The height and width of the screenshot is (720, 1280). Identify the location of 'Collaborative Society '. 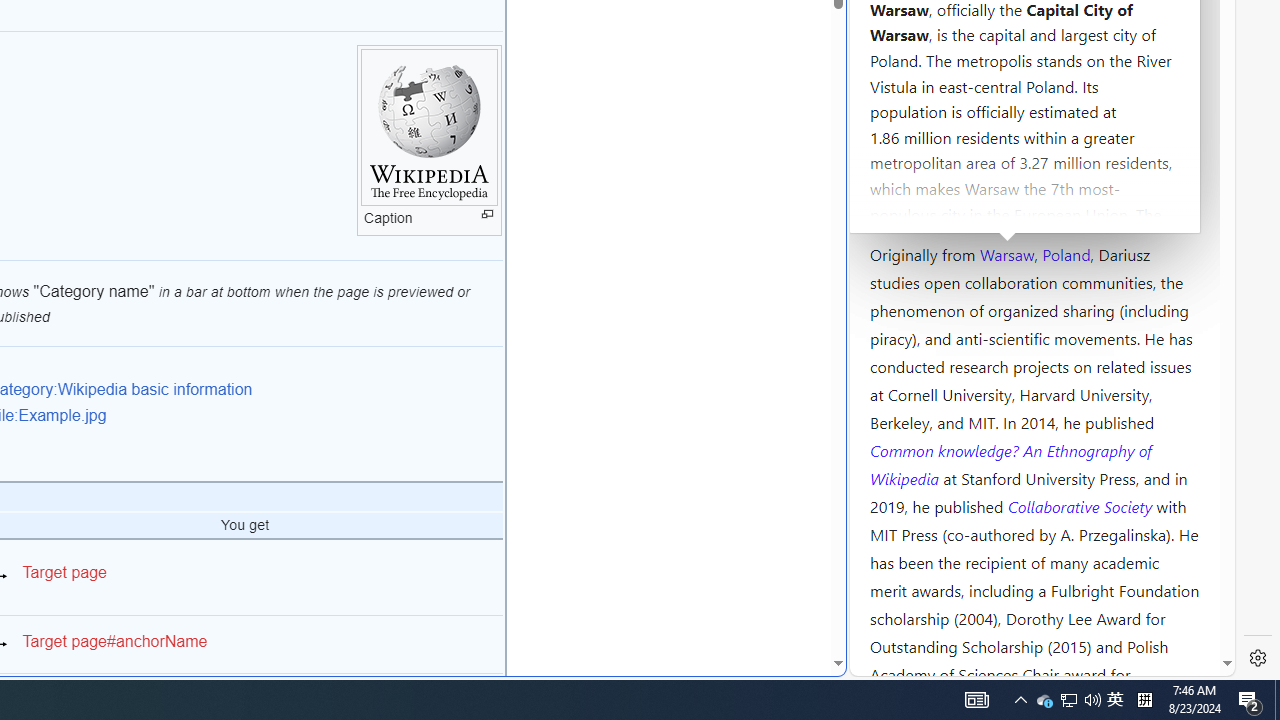
(1081, 504).